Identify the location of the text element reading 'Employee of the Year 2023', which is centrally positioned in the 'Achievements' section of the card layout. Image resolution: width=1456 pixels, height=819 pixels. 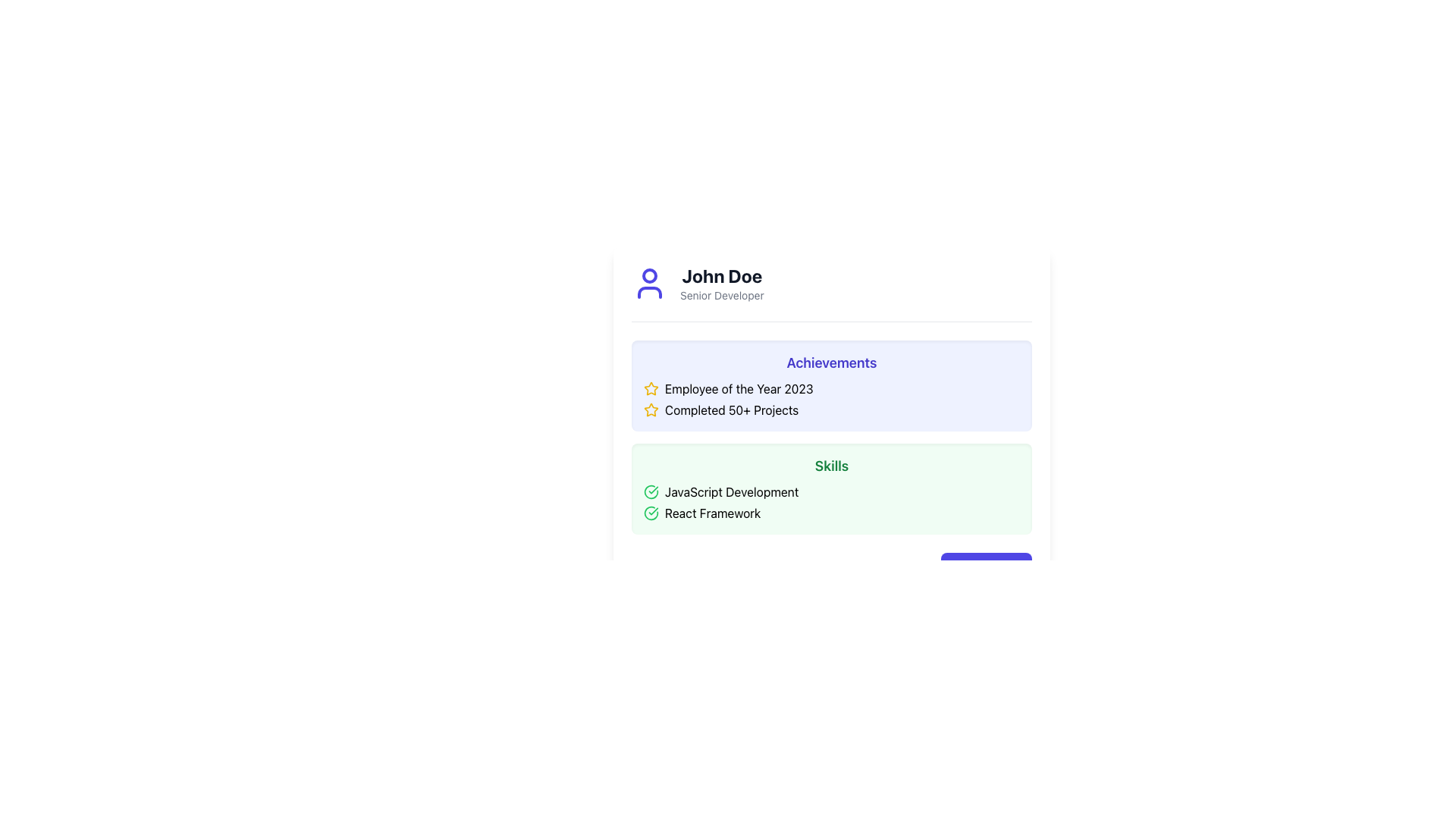
(739, 388).